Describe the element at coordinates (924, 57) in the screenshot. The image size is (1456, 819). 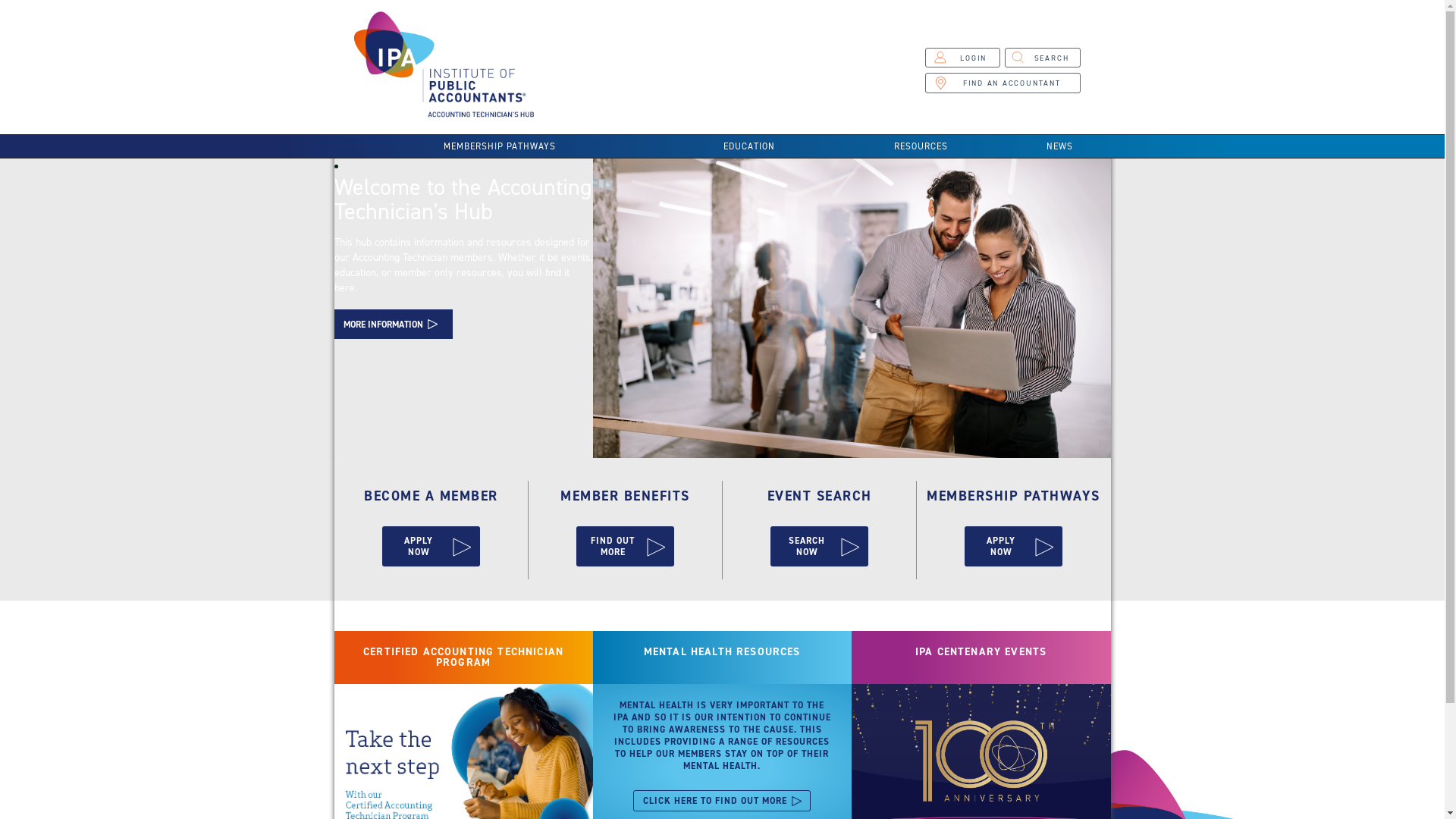
I see `'ICON : USER COPYCREATED WITH SKETCH.` at that location.